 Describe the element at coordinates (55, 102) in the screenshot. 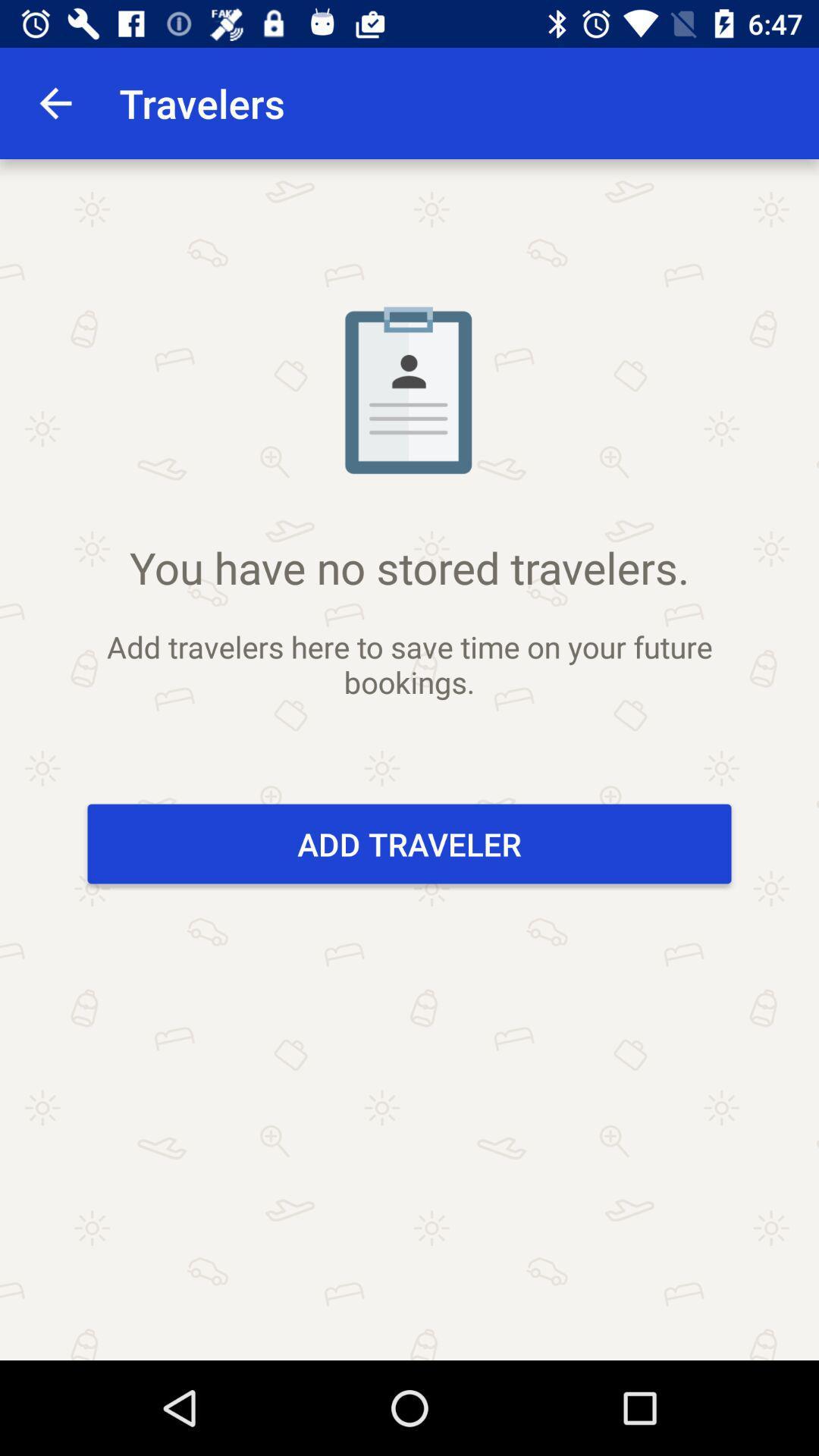

I see `the app to the left of travelers app` at that location.